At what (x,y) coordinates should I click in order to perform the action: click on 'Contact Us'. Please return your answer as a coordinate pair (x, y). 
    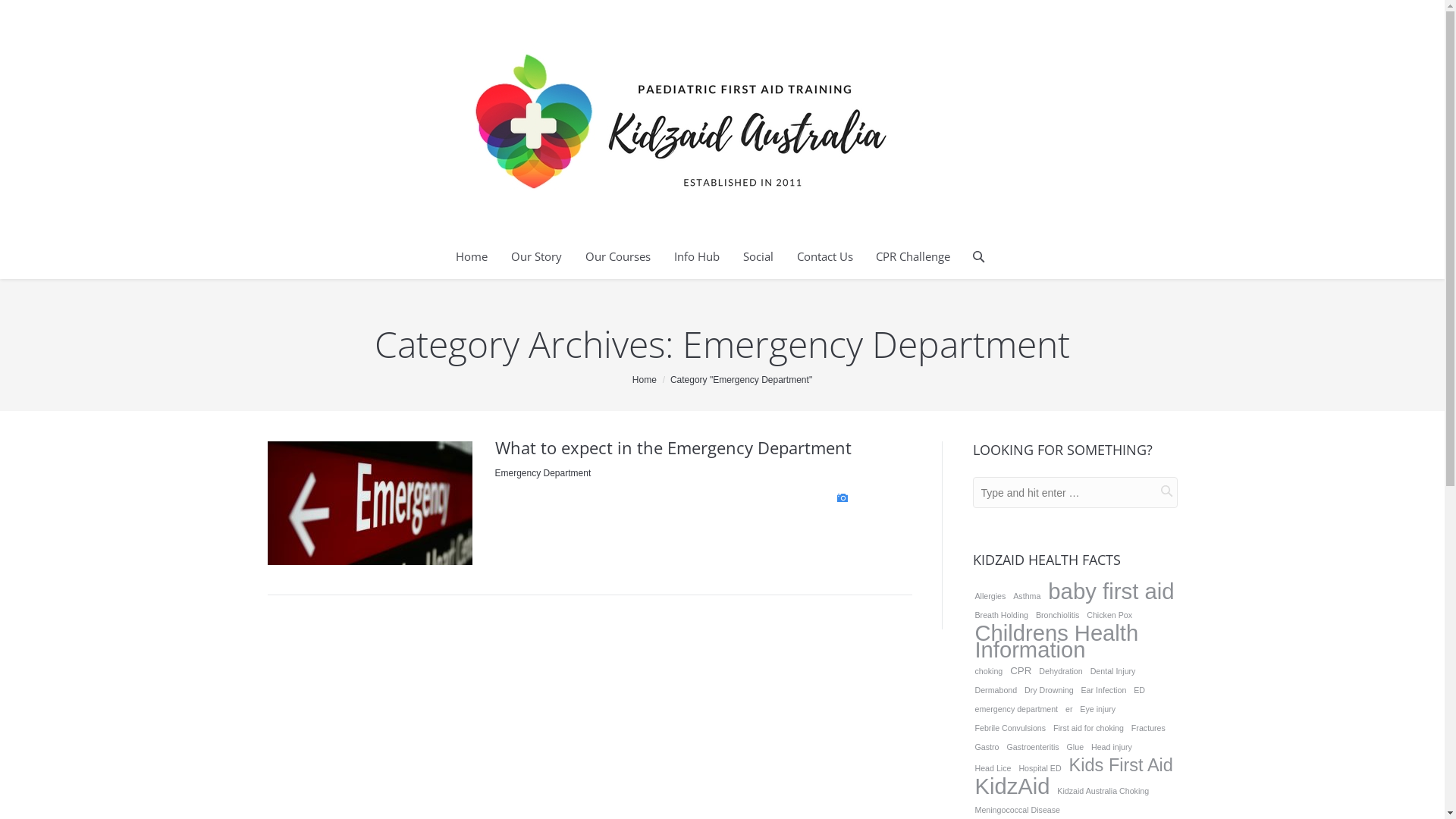
    Looking at the image, I should click on (824, 256).